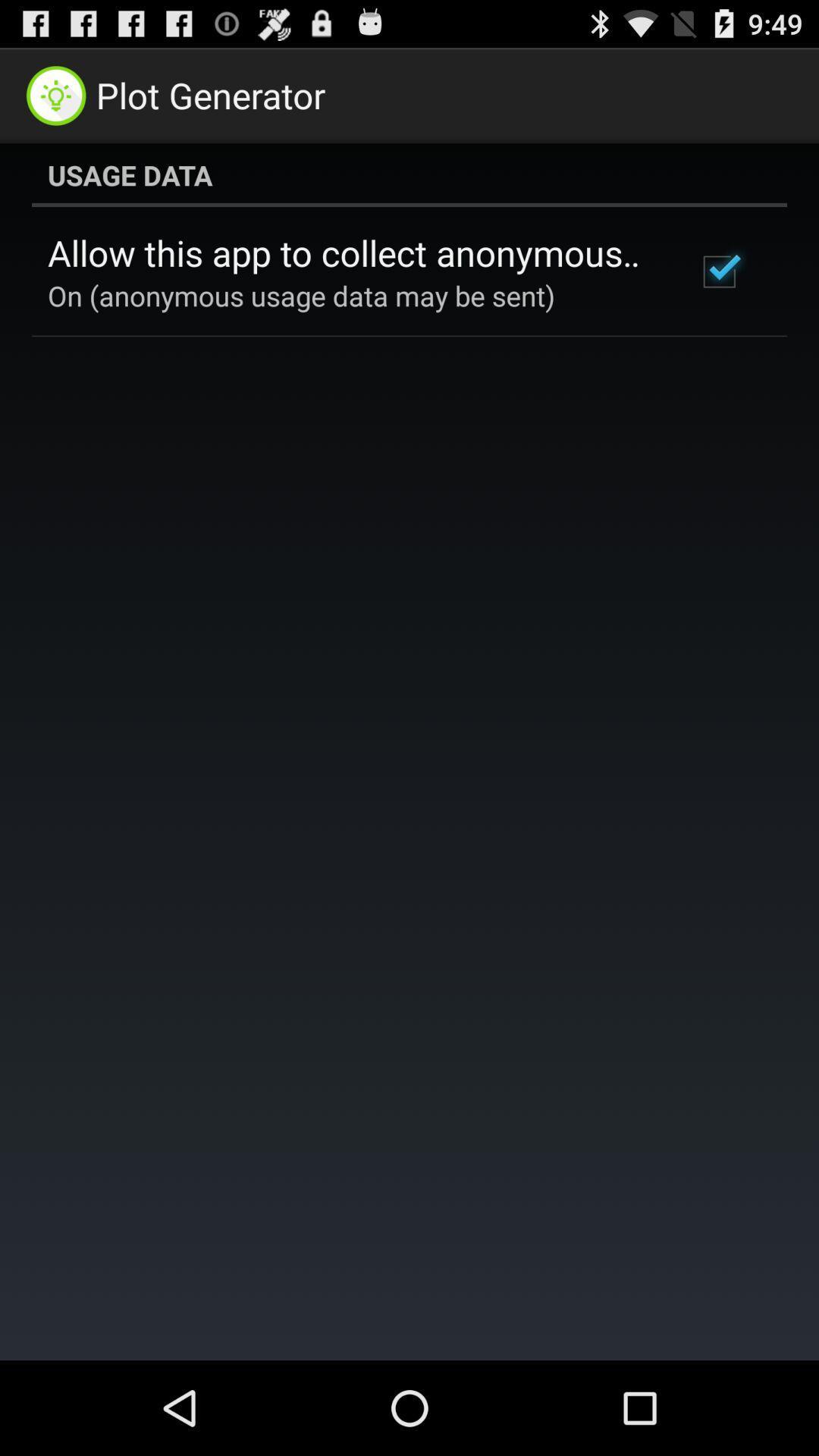 This screenshot has width=819, height=1456. I want to click on allow this app, so click(351, 253).